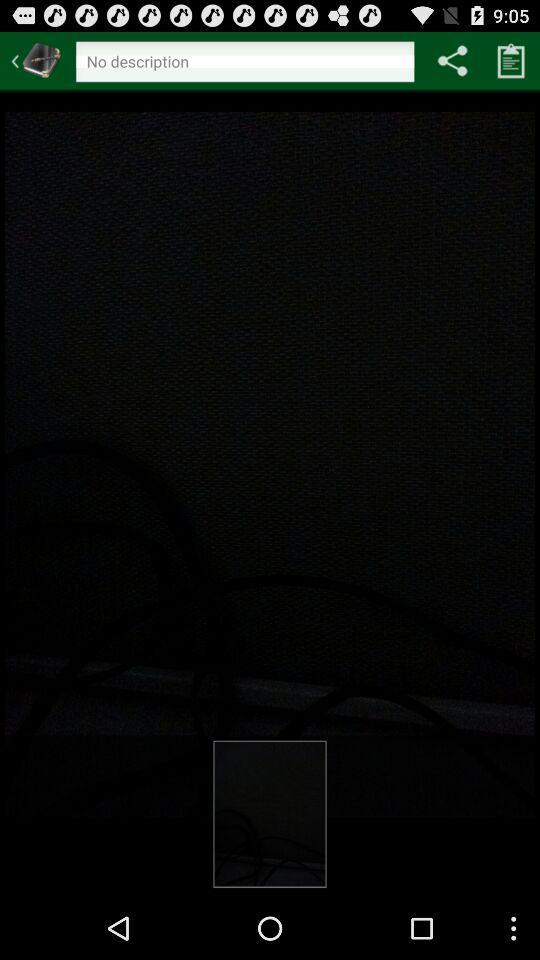  I want to click on share this content, so click(452, 59).